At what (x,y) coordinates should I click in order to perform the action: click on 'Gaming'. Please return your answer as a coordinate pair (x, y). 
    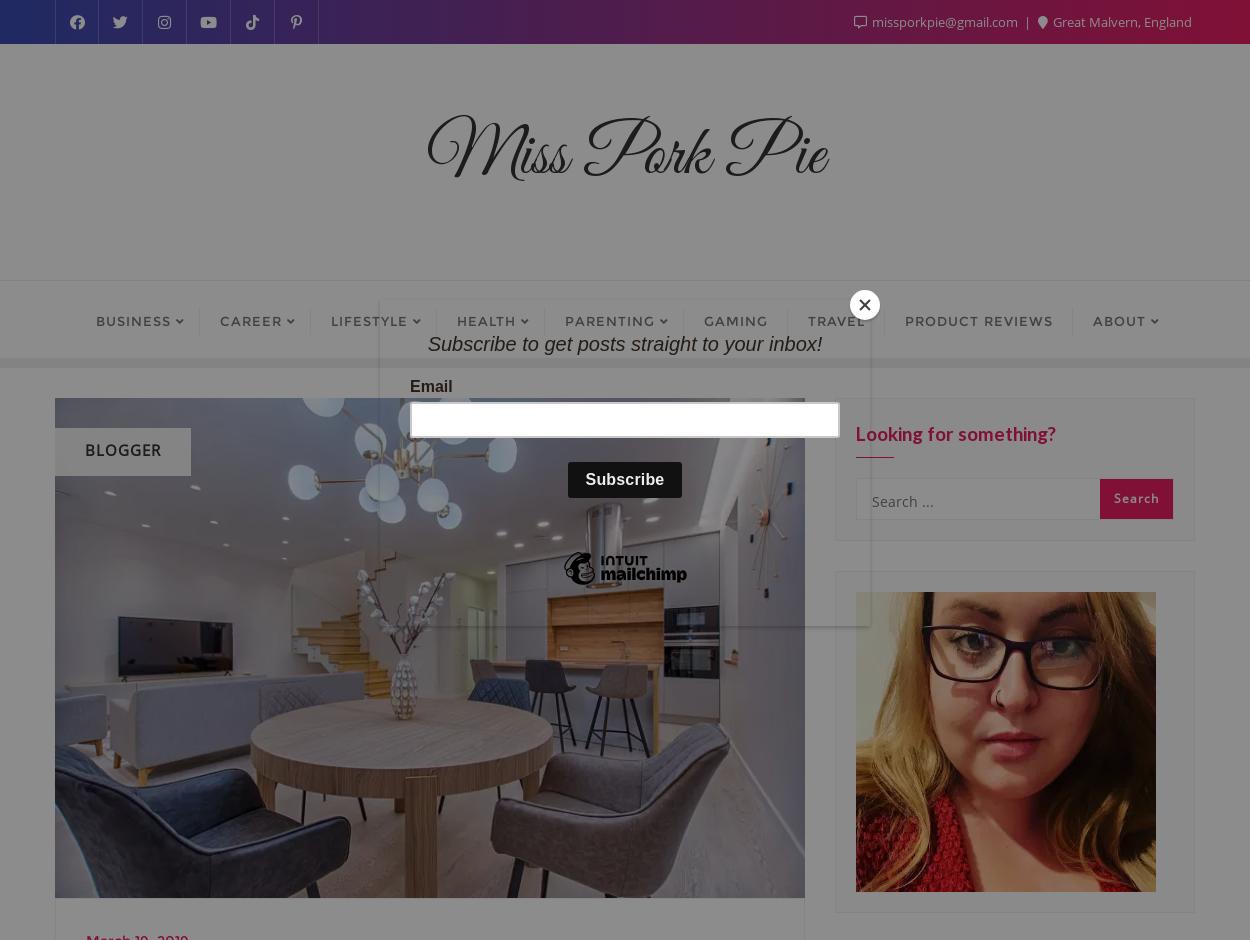
    Looking at the image, I should click on (734, 321).